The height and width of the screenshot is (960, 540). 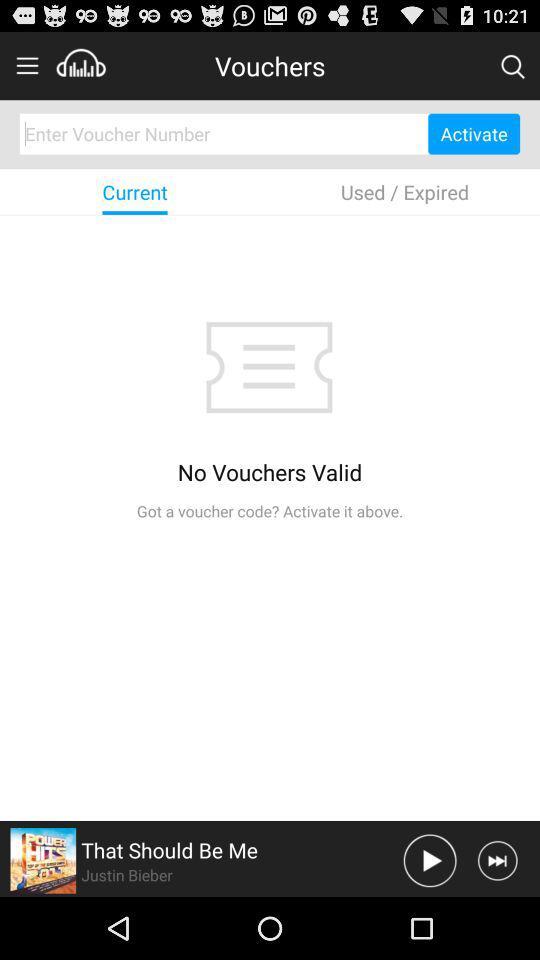 I want to click on the play icon, so click(x=429, y=921).